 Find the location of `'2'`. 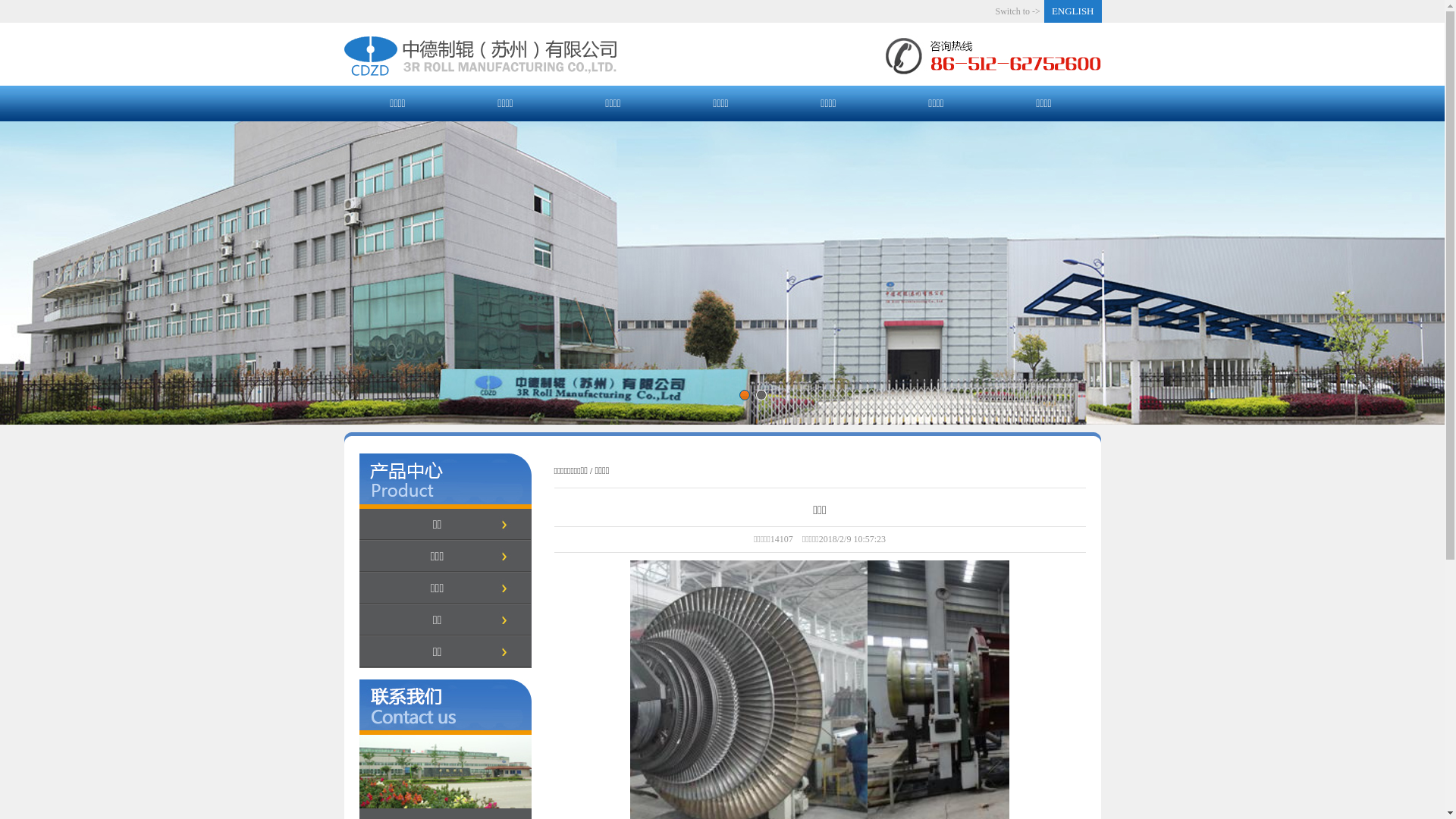

'2' is located at coordinates (755, 394).